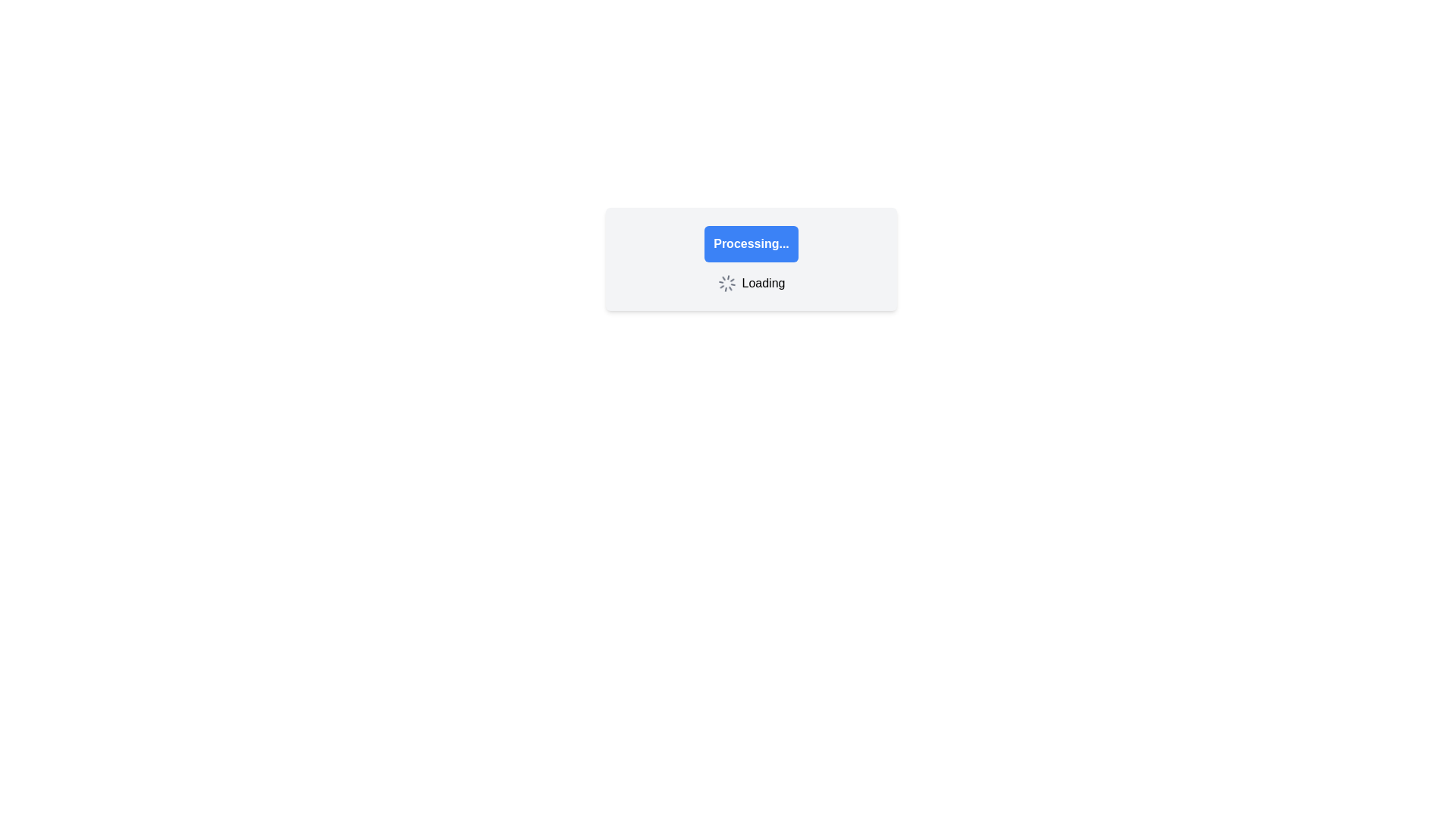 The height and width of the screenshot is (819, 1456). I want to click on the Loader Icon, which serves as a visual loading indicator located to the left of the 'Loading' text, indicating that a process is ongoing, so click(726, 284).